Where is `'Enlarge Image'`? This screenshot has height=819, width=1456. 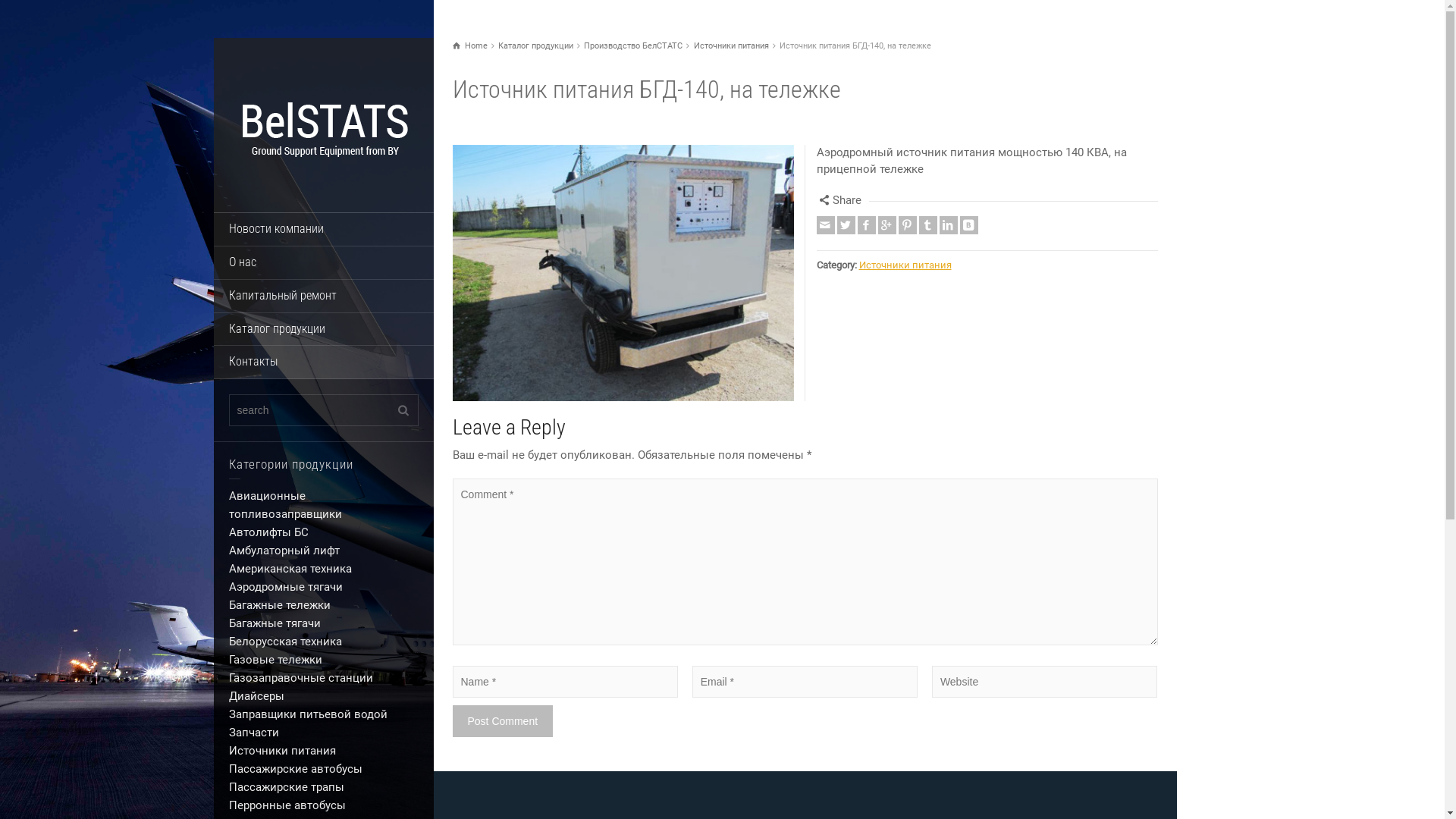
'Enlarge Image' is located at coordinates (622, 271).